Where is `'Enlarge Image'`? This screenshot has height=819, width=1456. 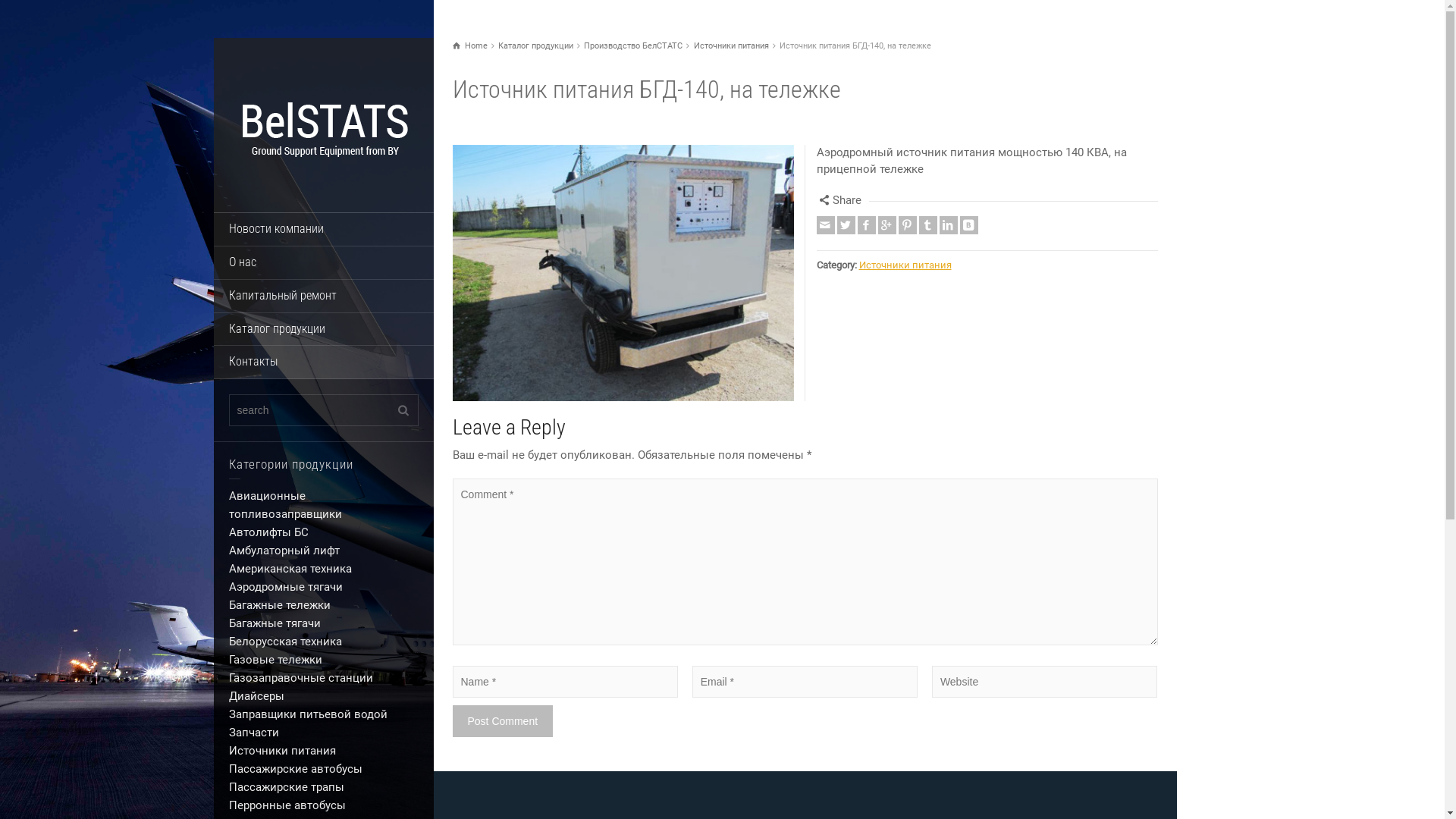
'Enlarge Image' is located at coordinates (622, 271).